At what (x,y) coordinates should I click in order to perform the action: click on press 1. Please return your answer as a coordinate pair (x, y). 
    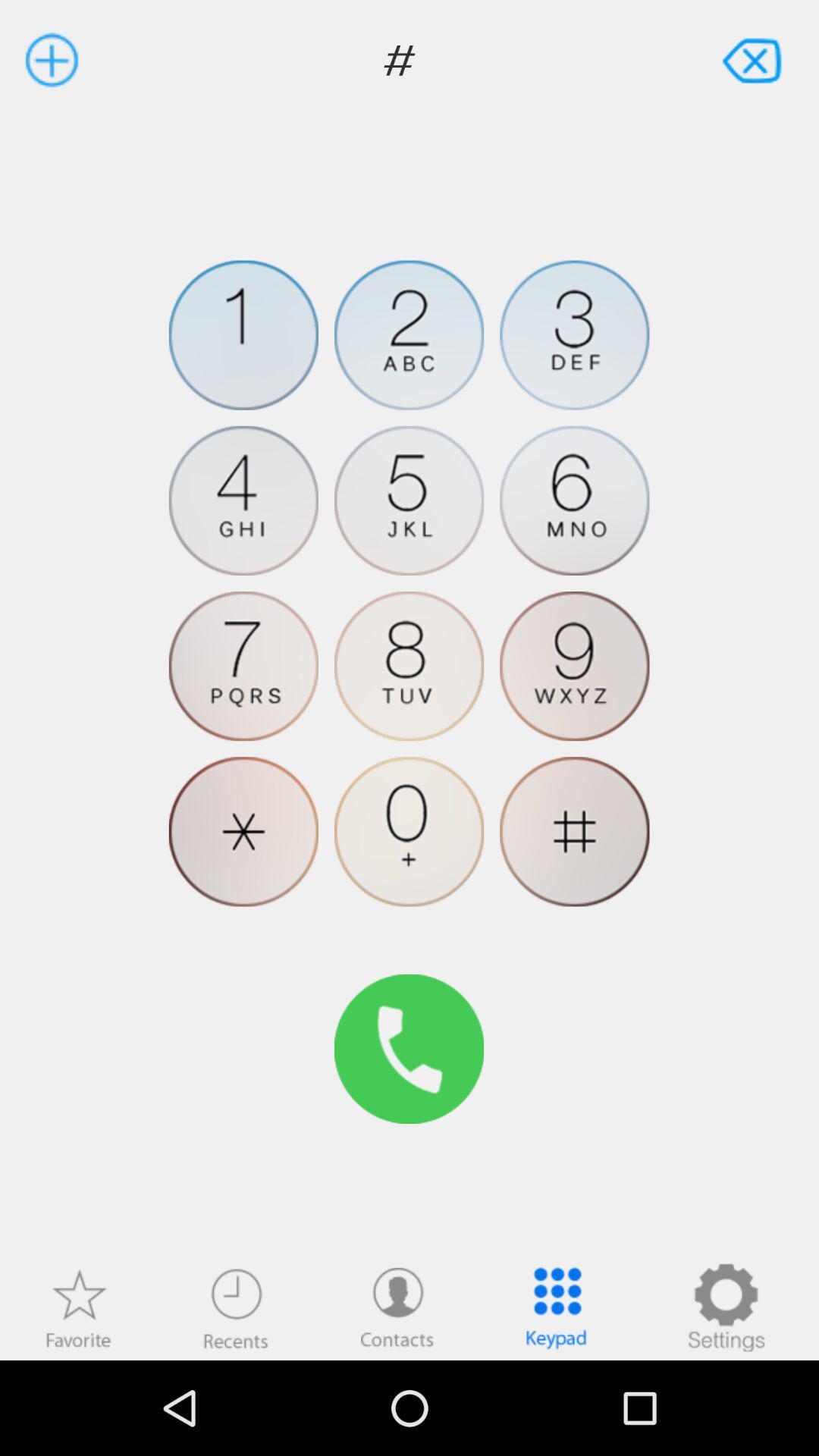
    Looking at the image, I should click on (243, 334).